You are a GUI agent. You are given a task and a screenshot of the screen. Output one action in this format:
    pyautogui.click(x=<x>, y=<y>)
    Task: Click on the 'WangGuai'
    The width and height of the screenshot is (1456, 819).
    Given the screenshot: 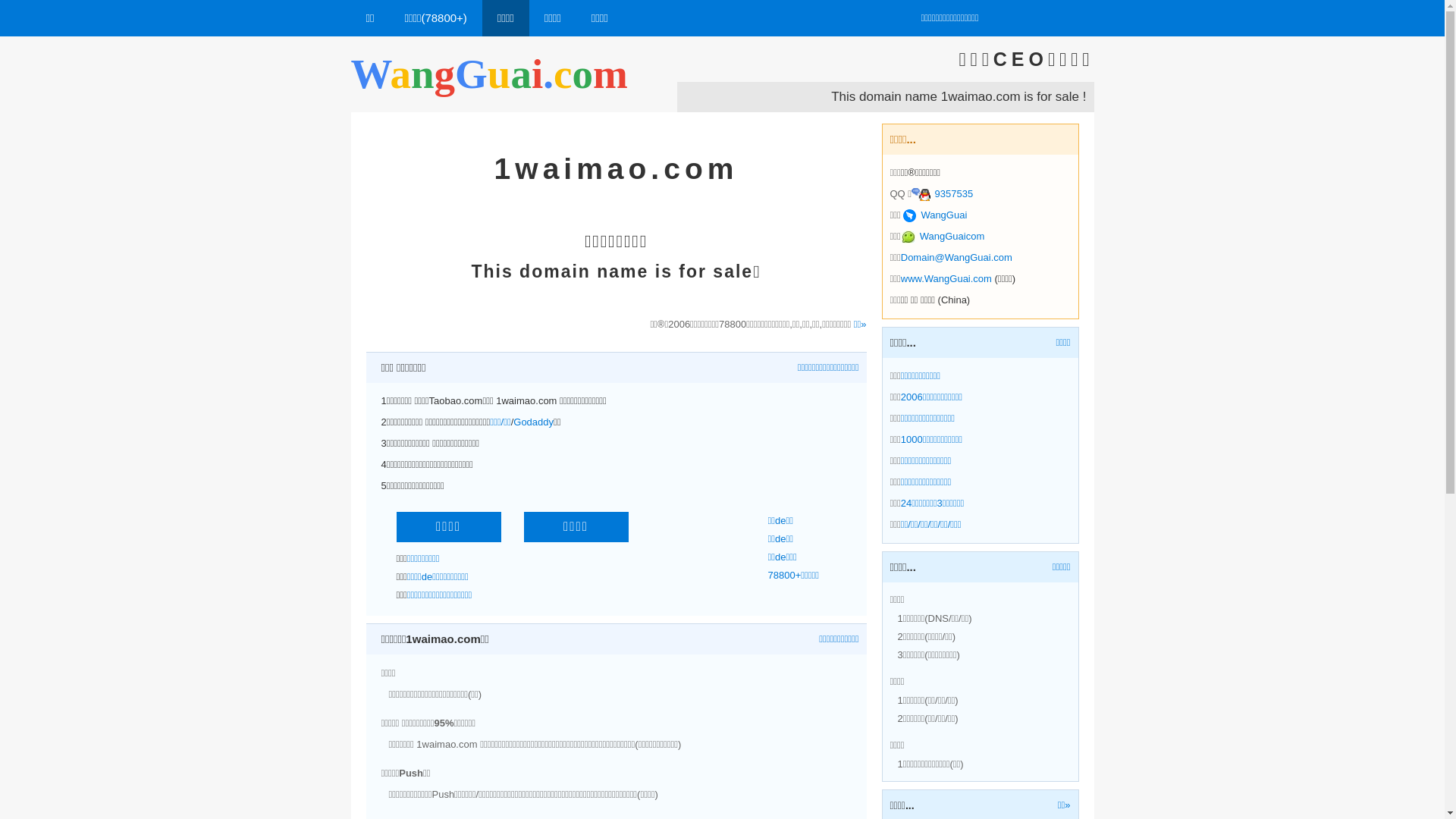 What is the action you would take?
    pyautogui.click(x=934, y=215)
    